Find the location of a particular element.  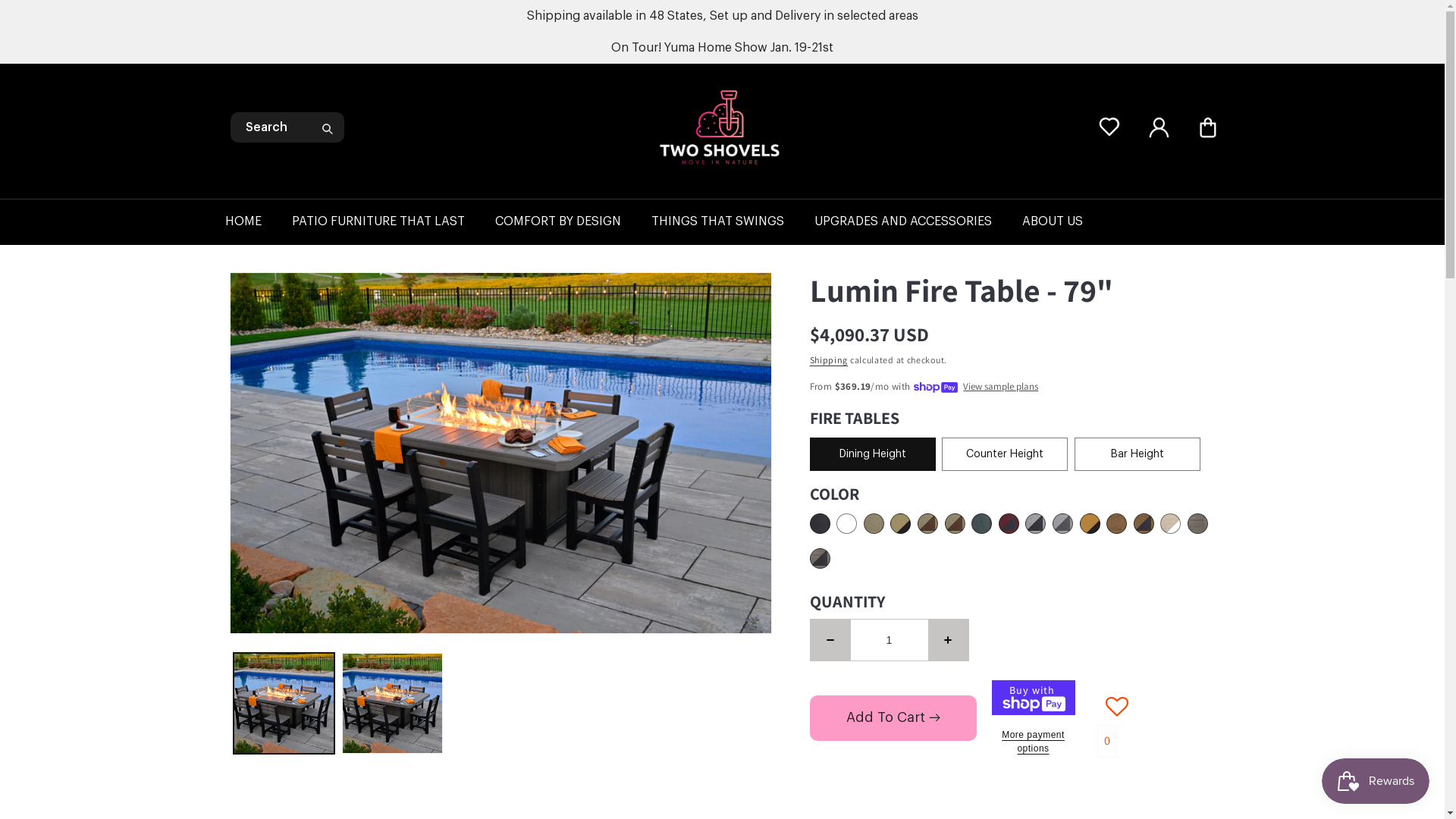

'Shipping' is located at coordinates (809, 359).